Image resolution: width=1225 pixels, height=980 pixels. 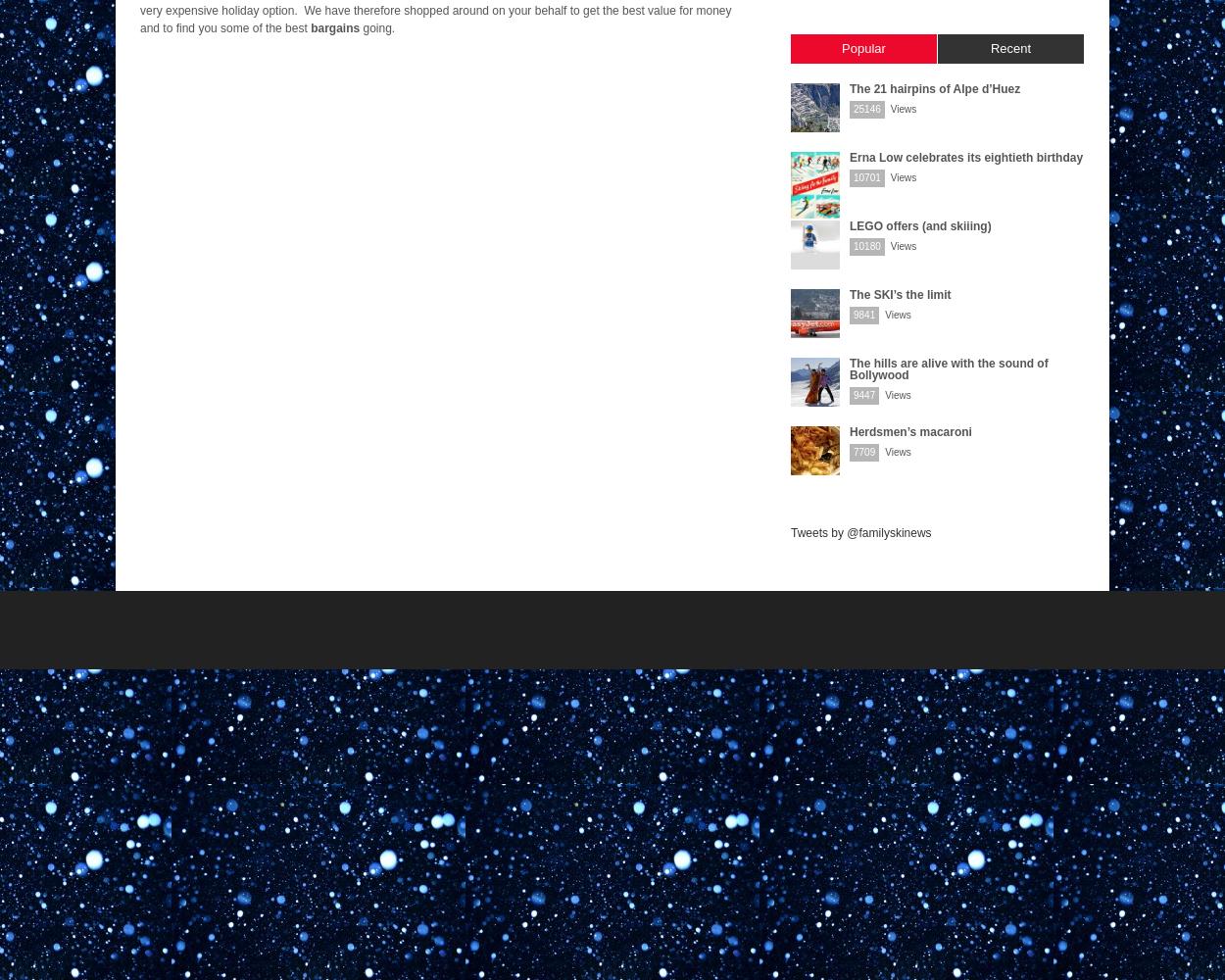 I want to click on '9447', so click(x=864, y=395).